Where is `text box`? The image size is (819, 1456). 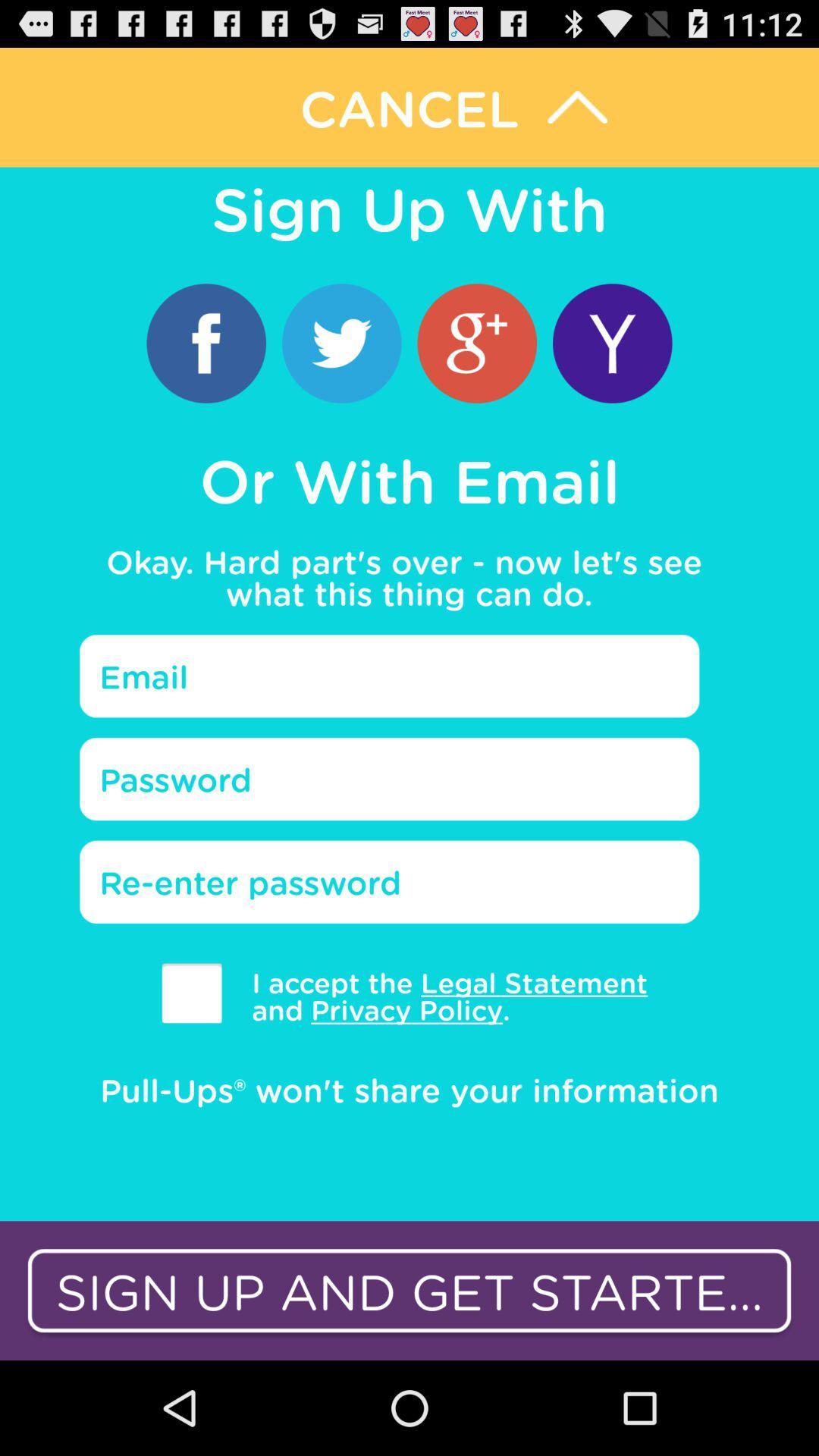
text box is located at coordinates (388, 779).